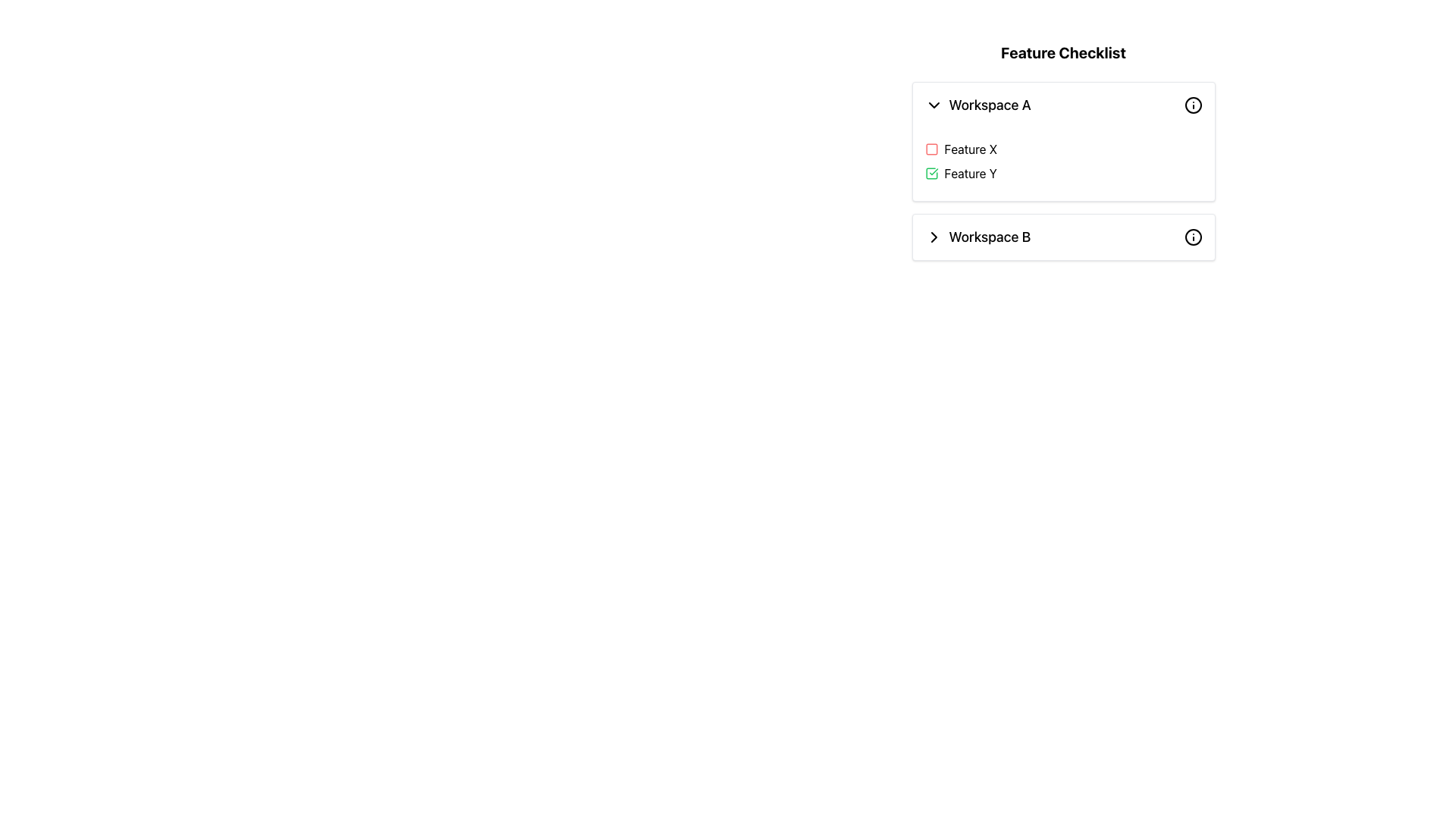 The image size is (1456, 819). I want to click on the List Item labeled 'Workspace B' which is styled with a bold font and has a right-facing chevron icon to the left and an information icon to the right, located in the Feature Checklist, so click(977, 237).